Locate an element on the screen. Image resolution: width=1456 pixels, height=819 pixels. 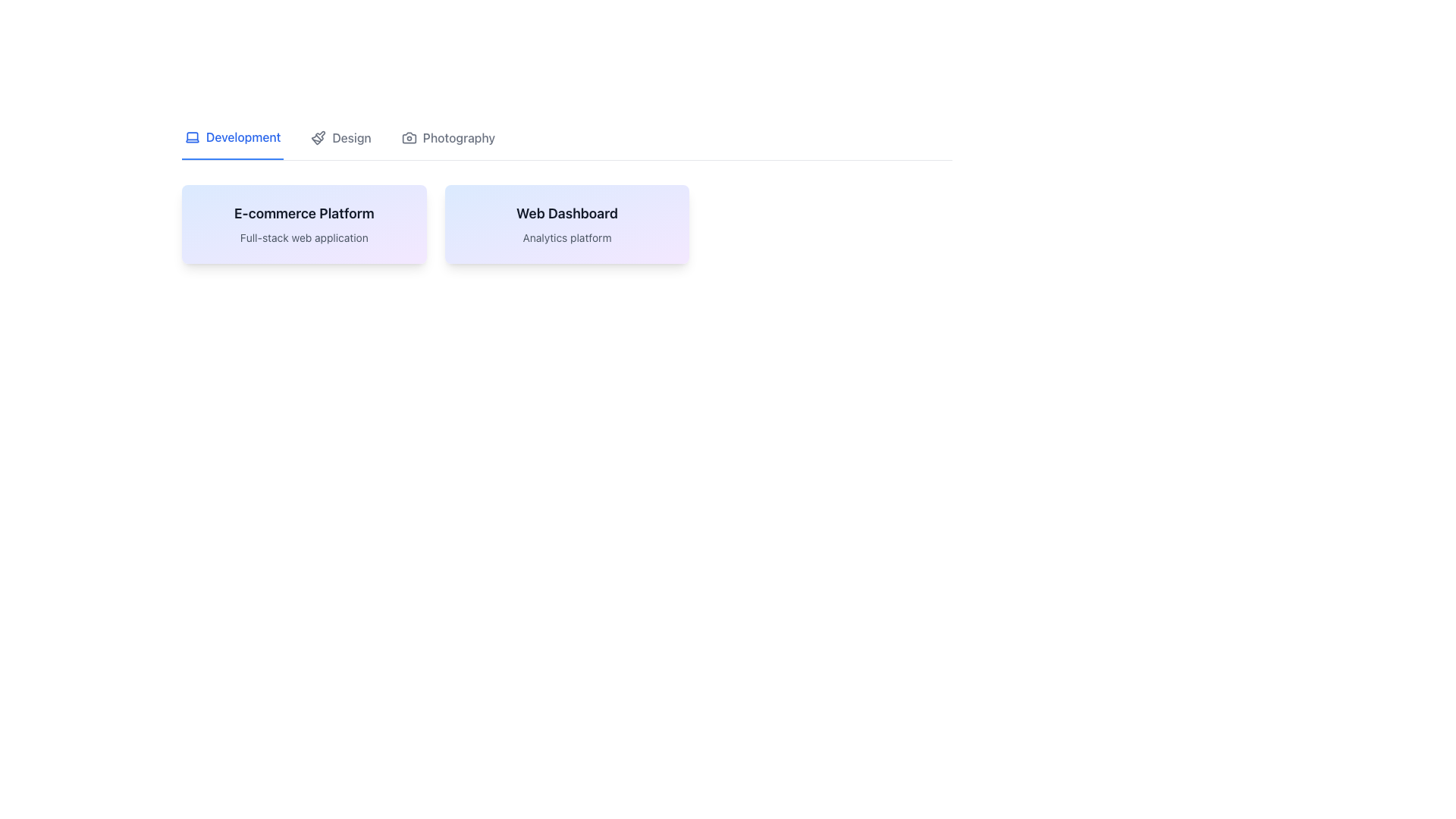
the text label reading 'E-commerce Platform', which is styled with bold semi-large font size and dark grey color, located above the sibling text 'Full-stack web application' is located at coordinates (303, 213).